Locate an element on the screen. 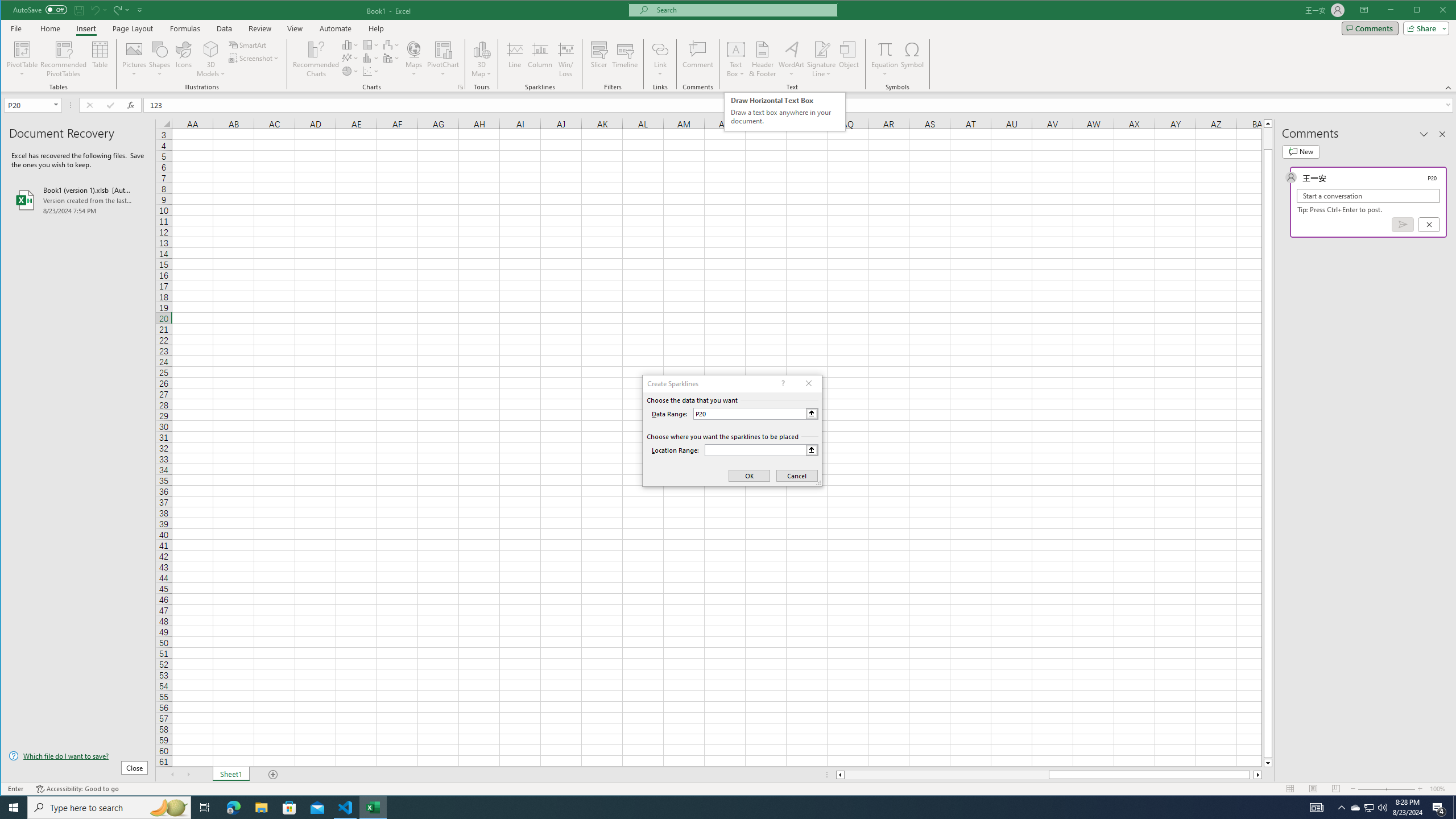 This screenshot has width=1456, height=819. 'Insert Waterfall, Funnel, Stock, Surface, or Radar Chart' is located at coordinates (391, 44).